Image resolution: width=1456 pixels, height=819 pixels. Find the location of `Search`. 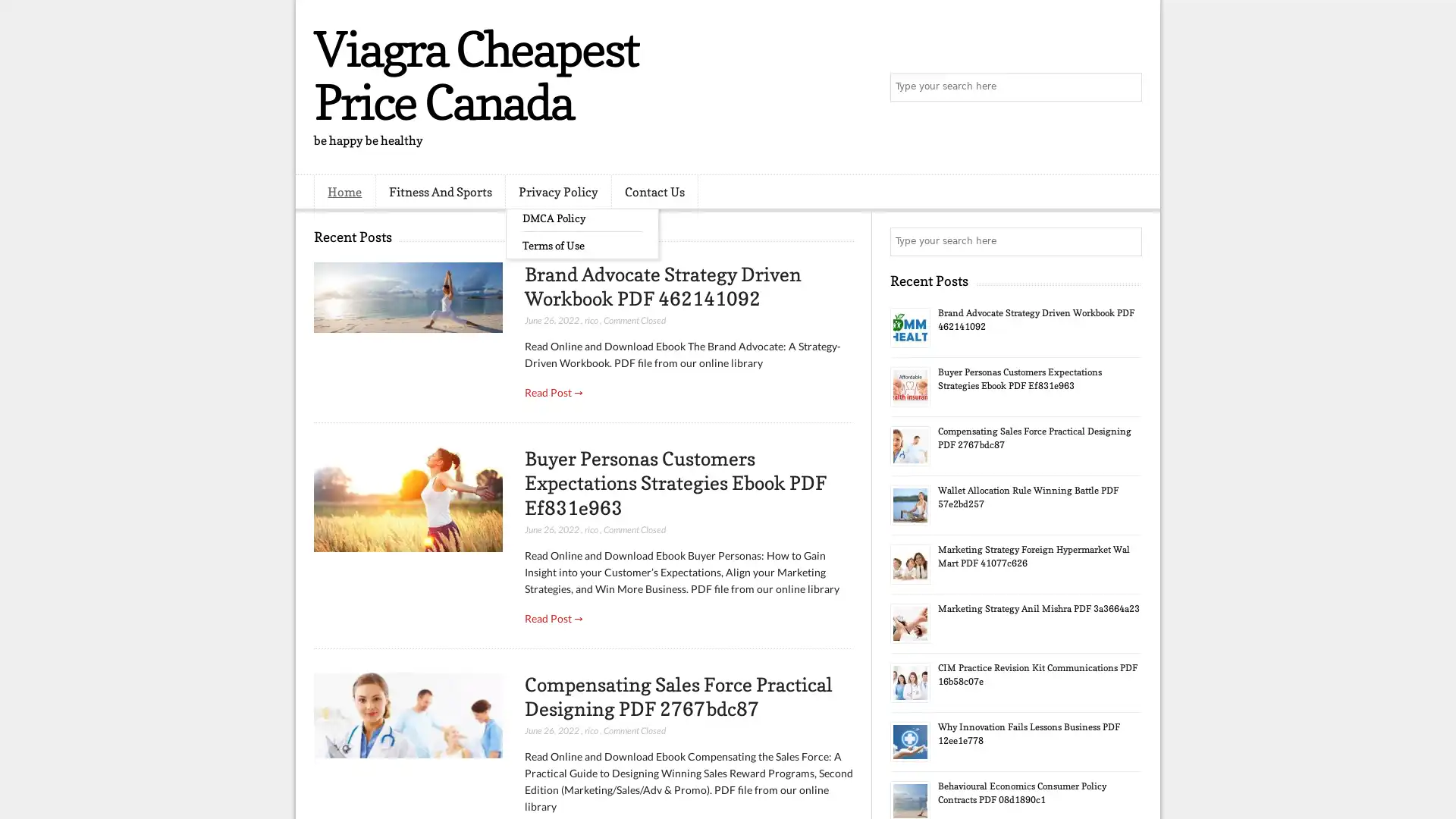

Search is located at coordinates (1126, 241).